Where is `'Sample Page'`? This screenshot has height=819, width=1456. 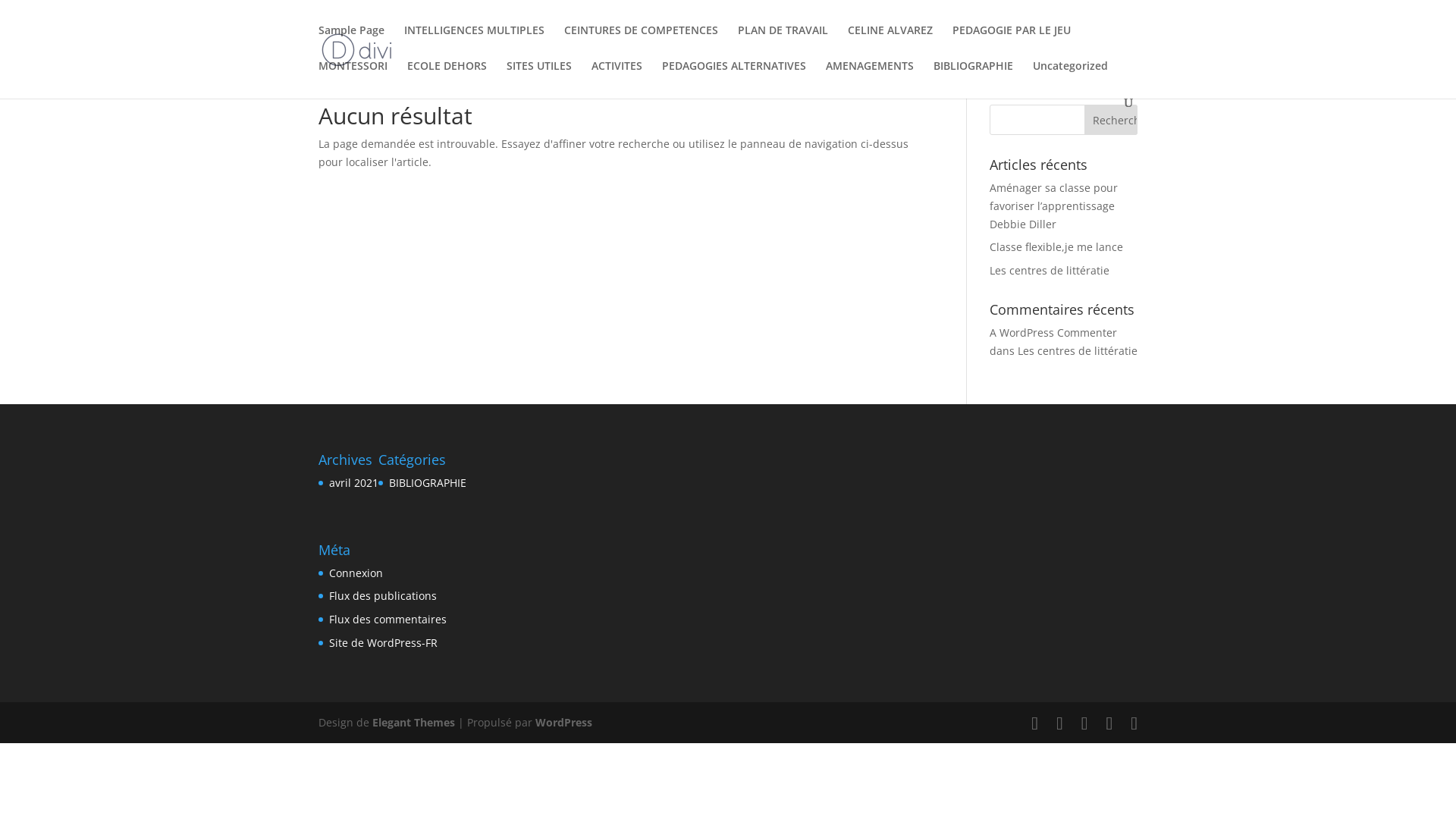 'Sample Page' is located at coordinates (350, 42).